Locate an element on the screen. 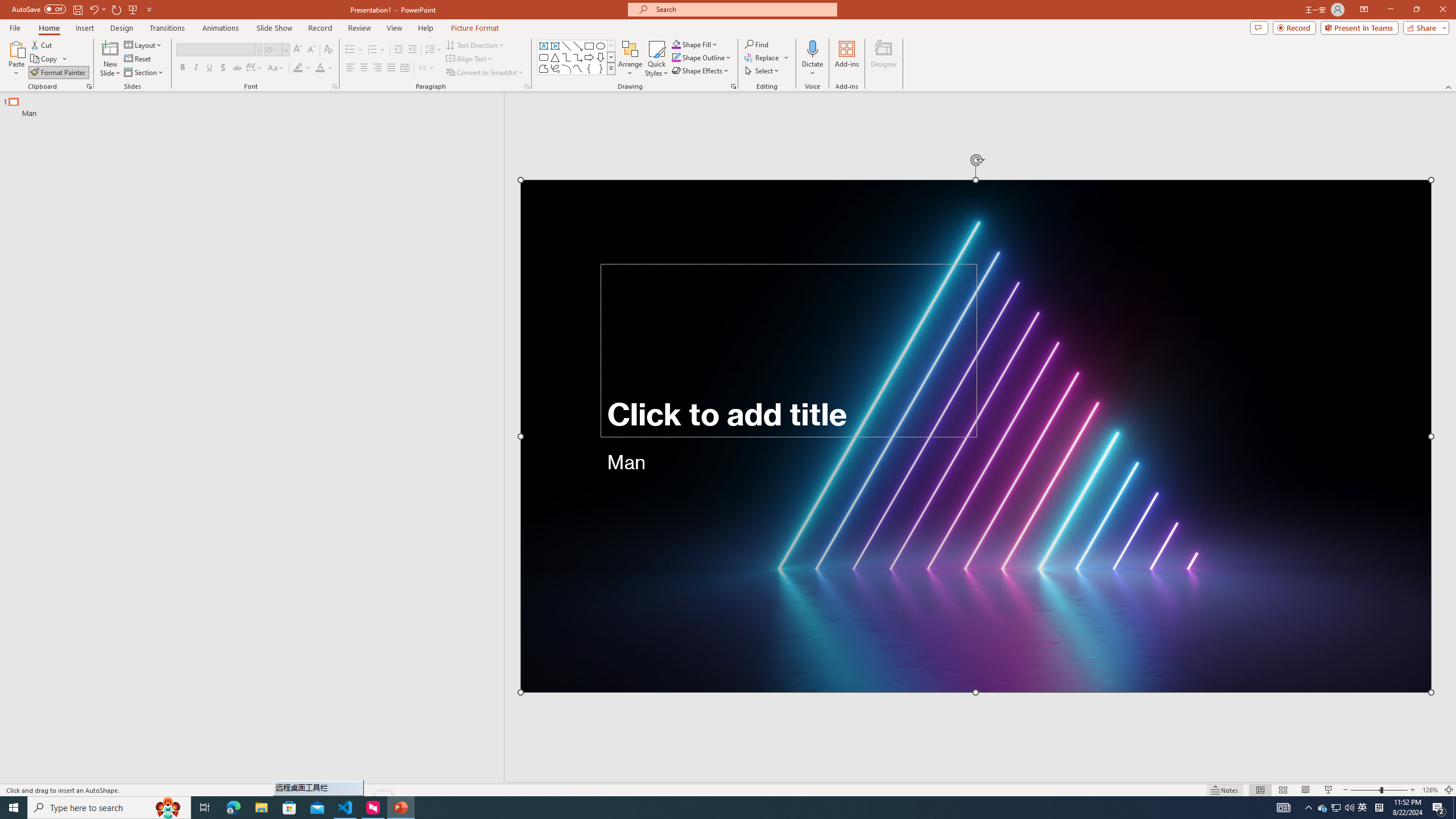 The image size is (1456, 819). 'Change Case' is located at coordinates (276, 67).